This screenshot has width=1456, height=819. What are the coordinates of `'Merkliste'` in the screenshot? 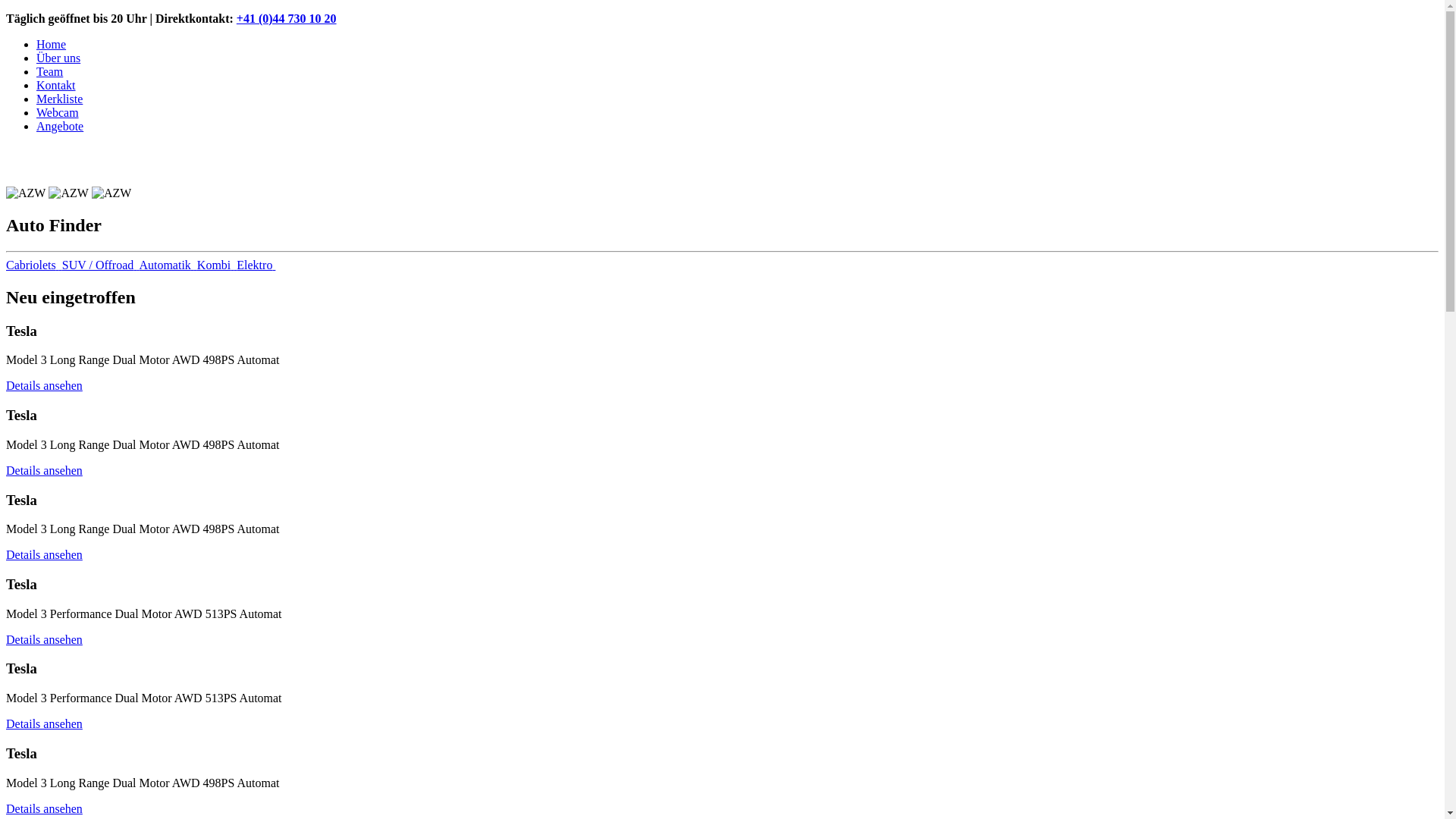 It's located at (59, 99).